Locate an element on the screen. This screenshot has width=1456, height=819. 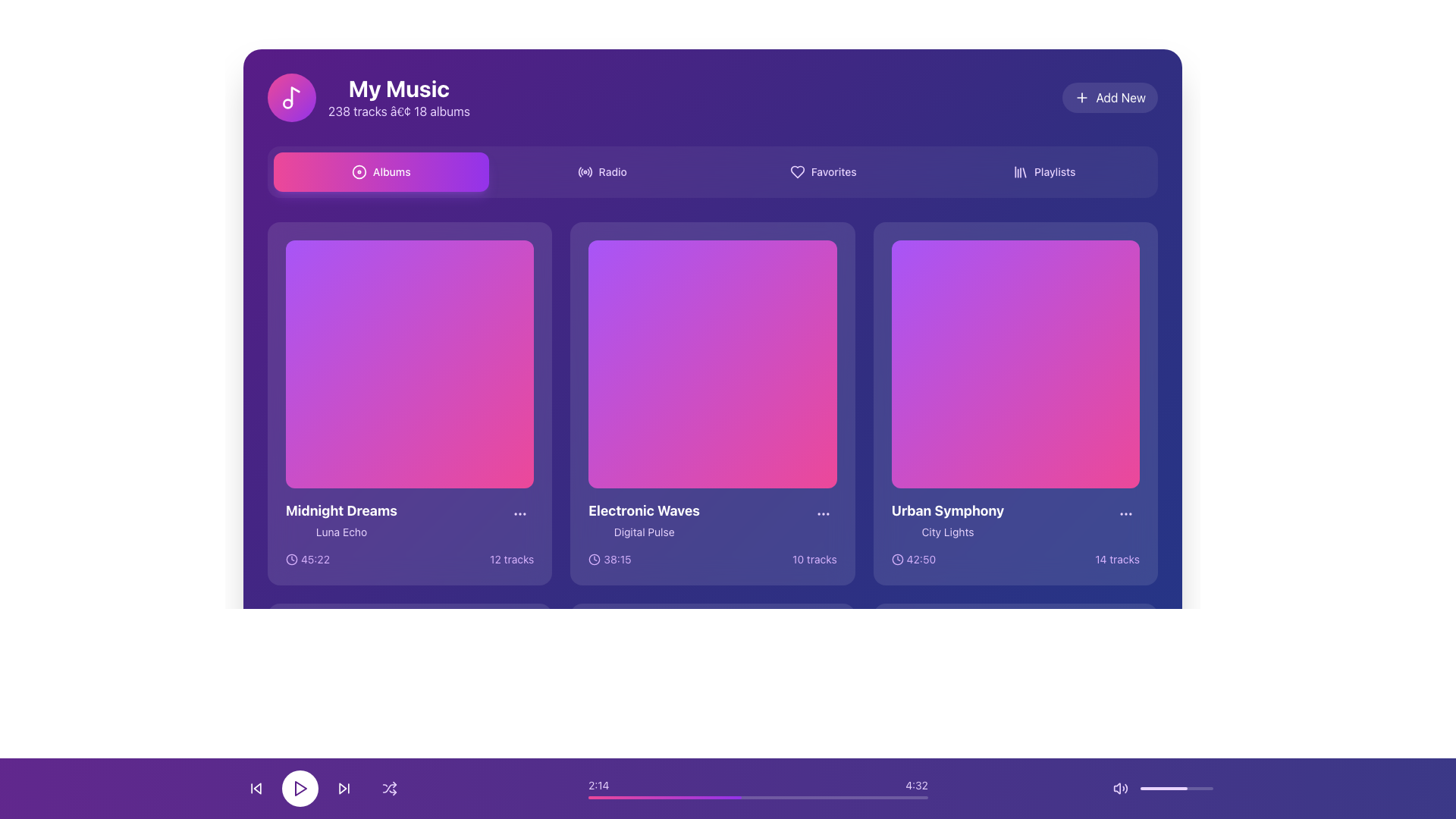
volume is located at coordinates (1172, 788).